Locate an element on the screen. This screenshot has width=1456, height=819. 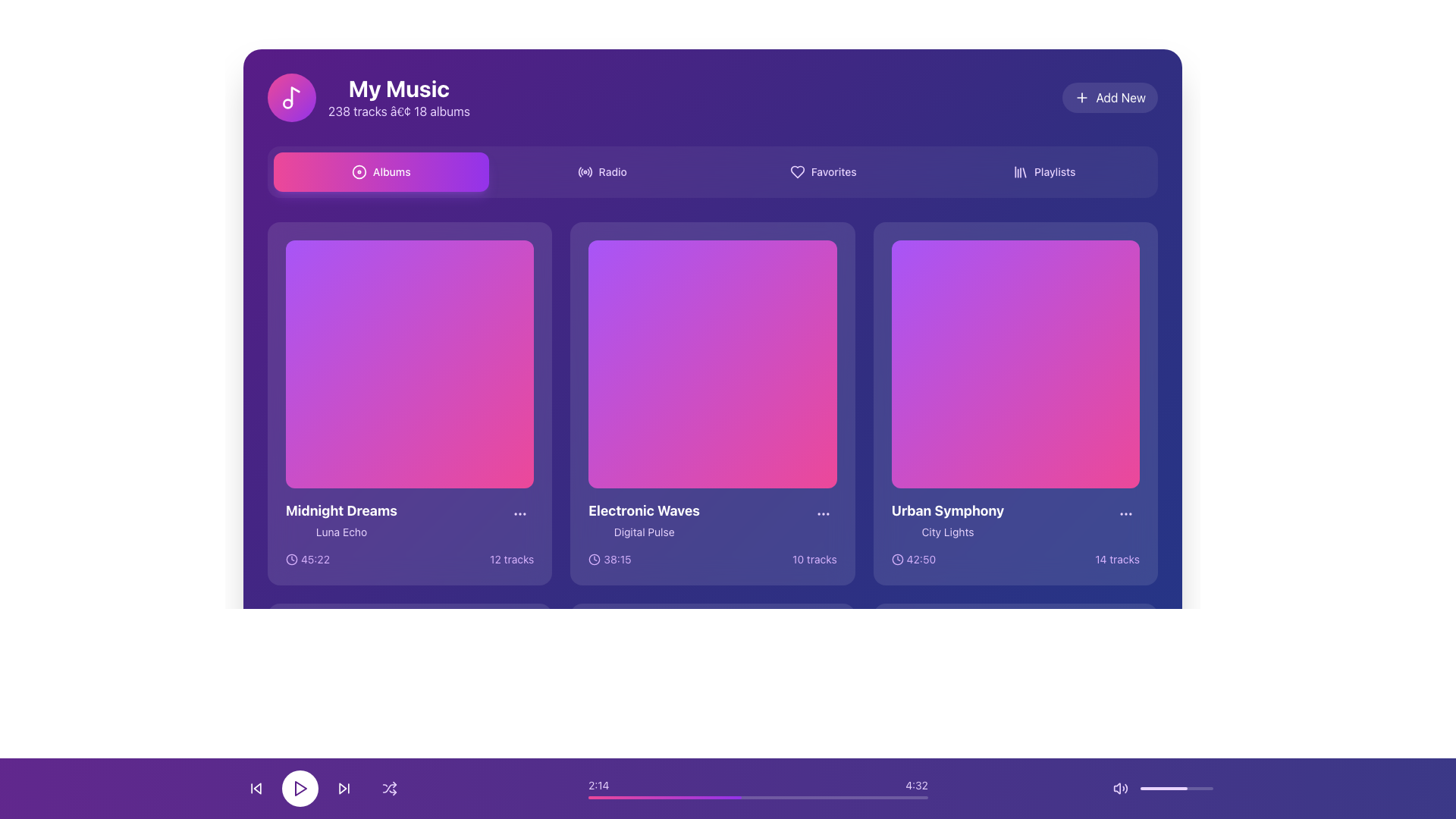
volume is located at coordinates (1172, 788).